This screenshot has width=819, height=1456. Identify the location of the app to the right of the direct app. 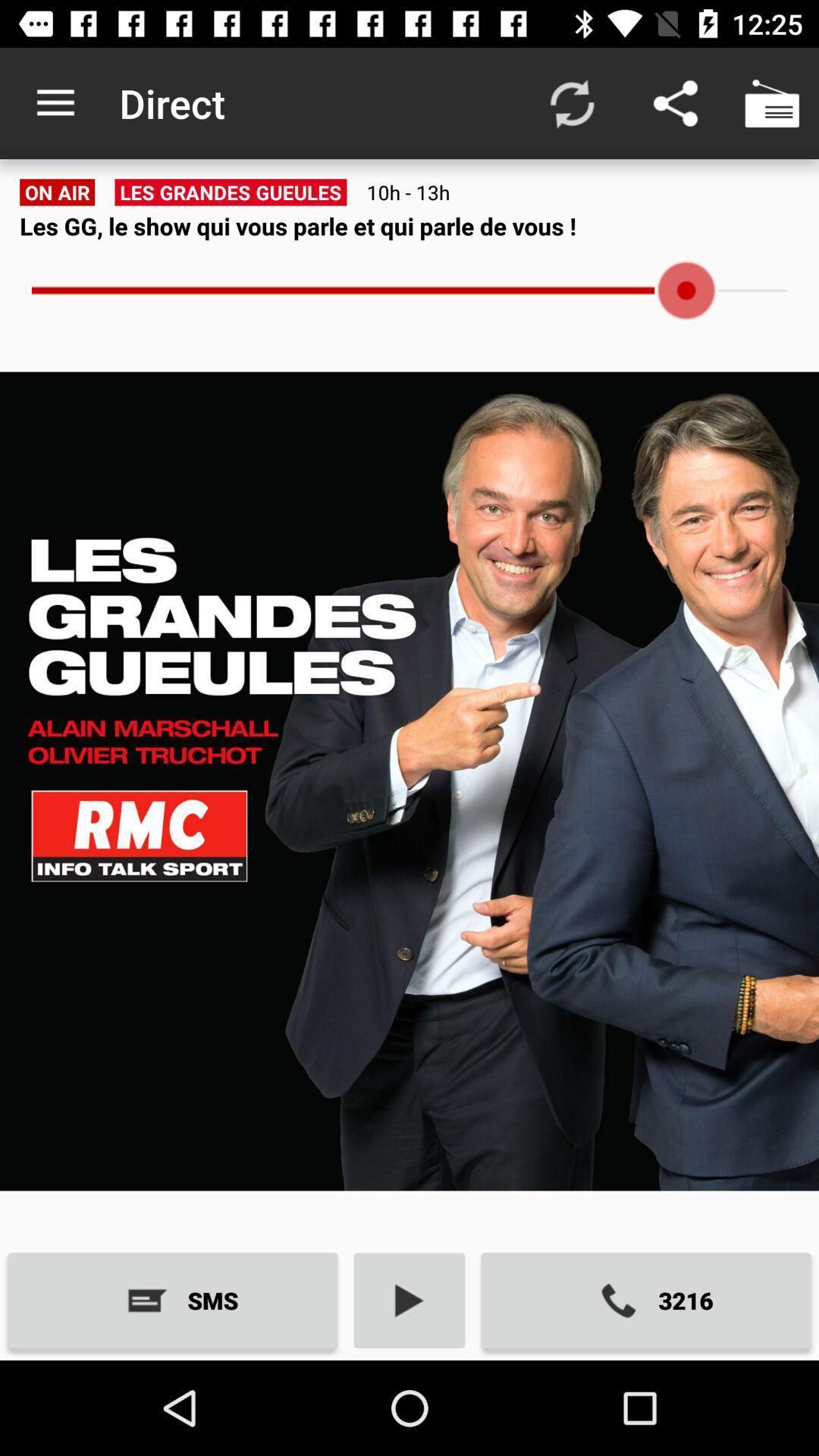
(572, 102).